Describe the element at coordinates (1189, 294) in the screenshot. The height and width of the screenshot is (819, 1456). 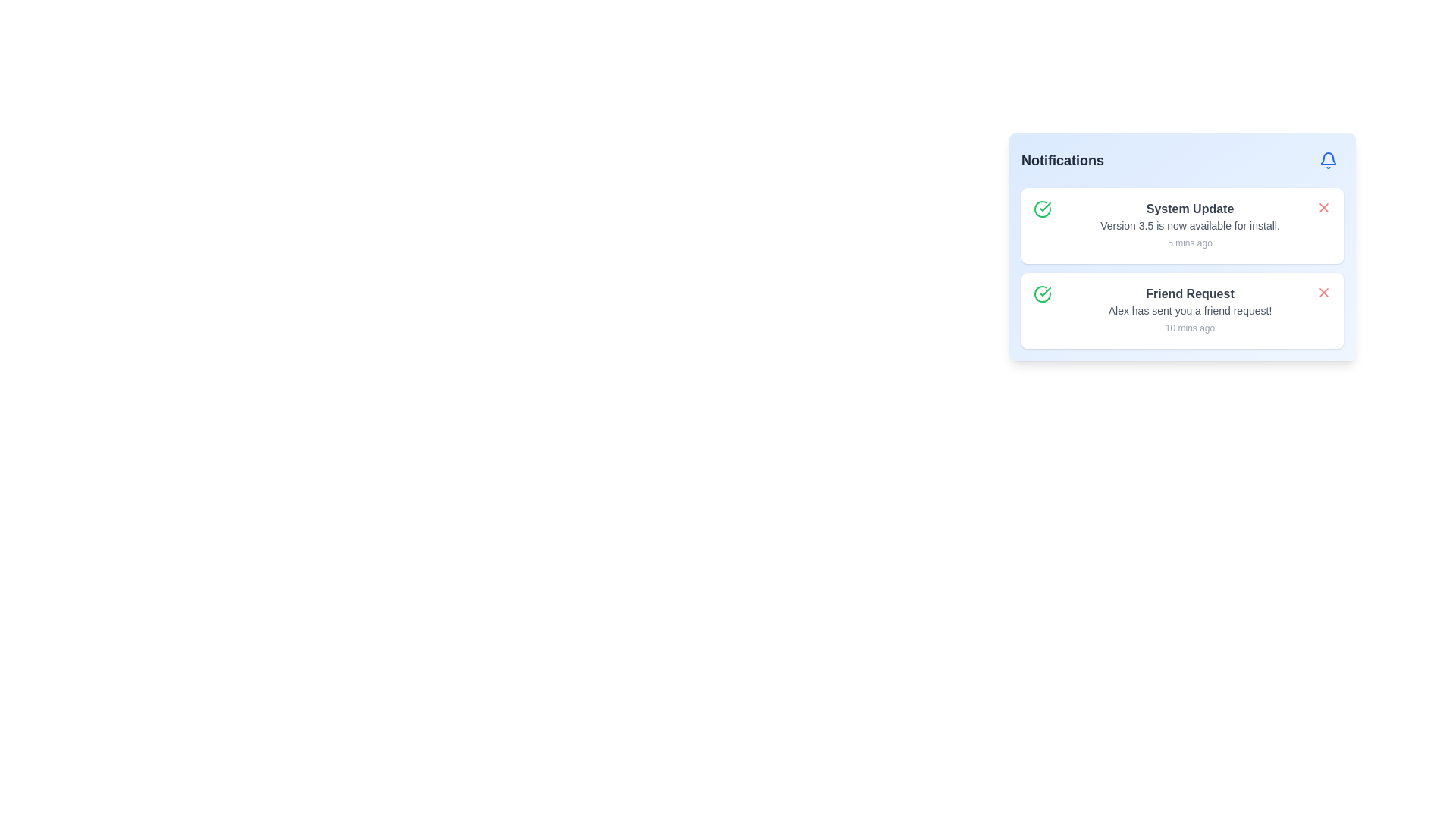
I see `the bold textual label 'Friend Request' located at the top of the second notification card, above the text 'Alex has sent you a friend request!'` at that location.